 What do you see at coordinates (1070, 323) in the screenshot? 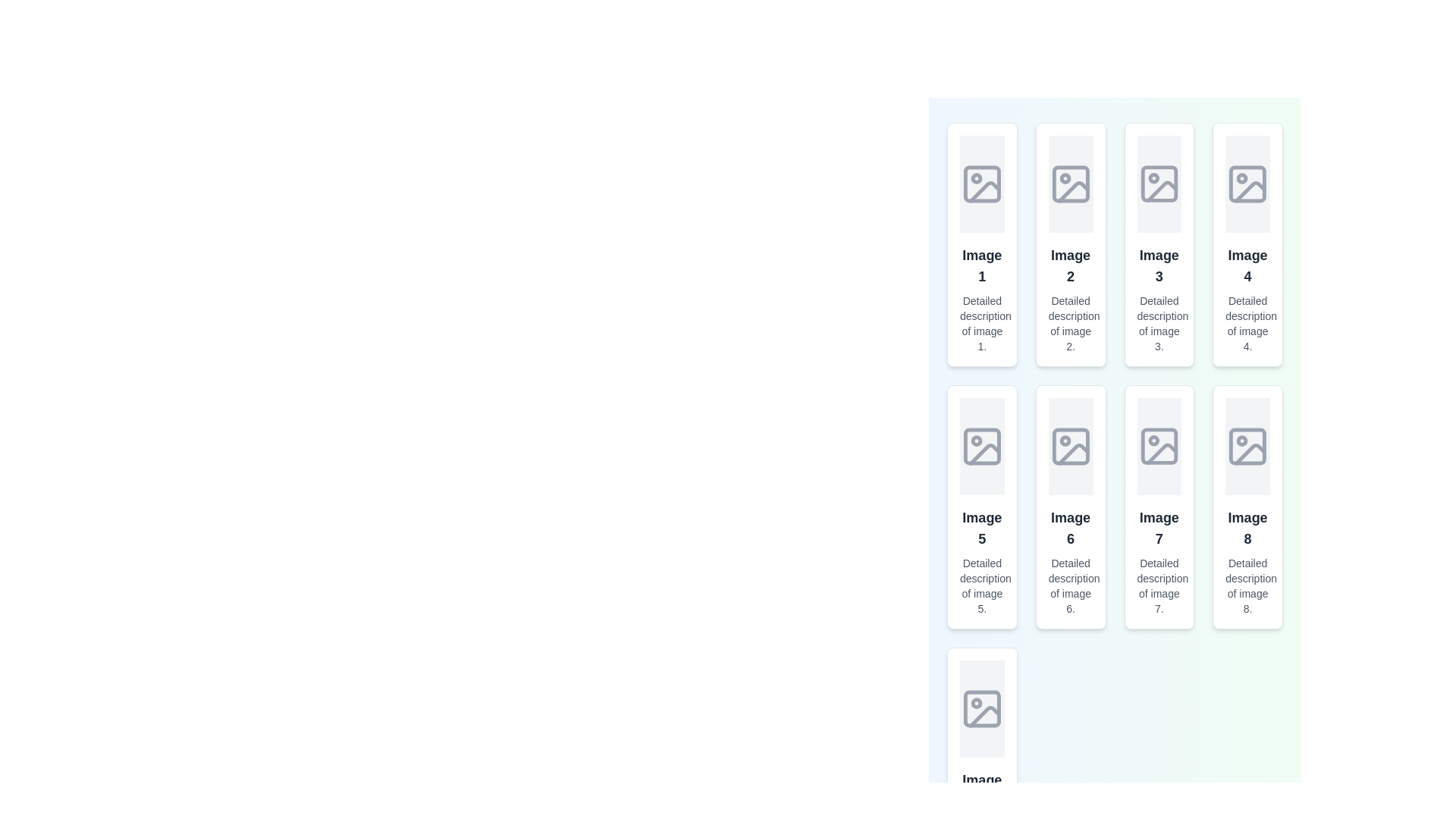
I see `text from the label stating 'Detailed description of image 2.' located below the heading 'Image 2' in the second card of the grid layout` at bounding box center [1070, 323].